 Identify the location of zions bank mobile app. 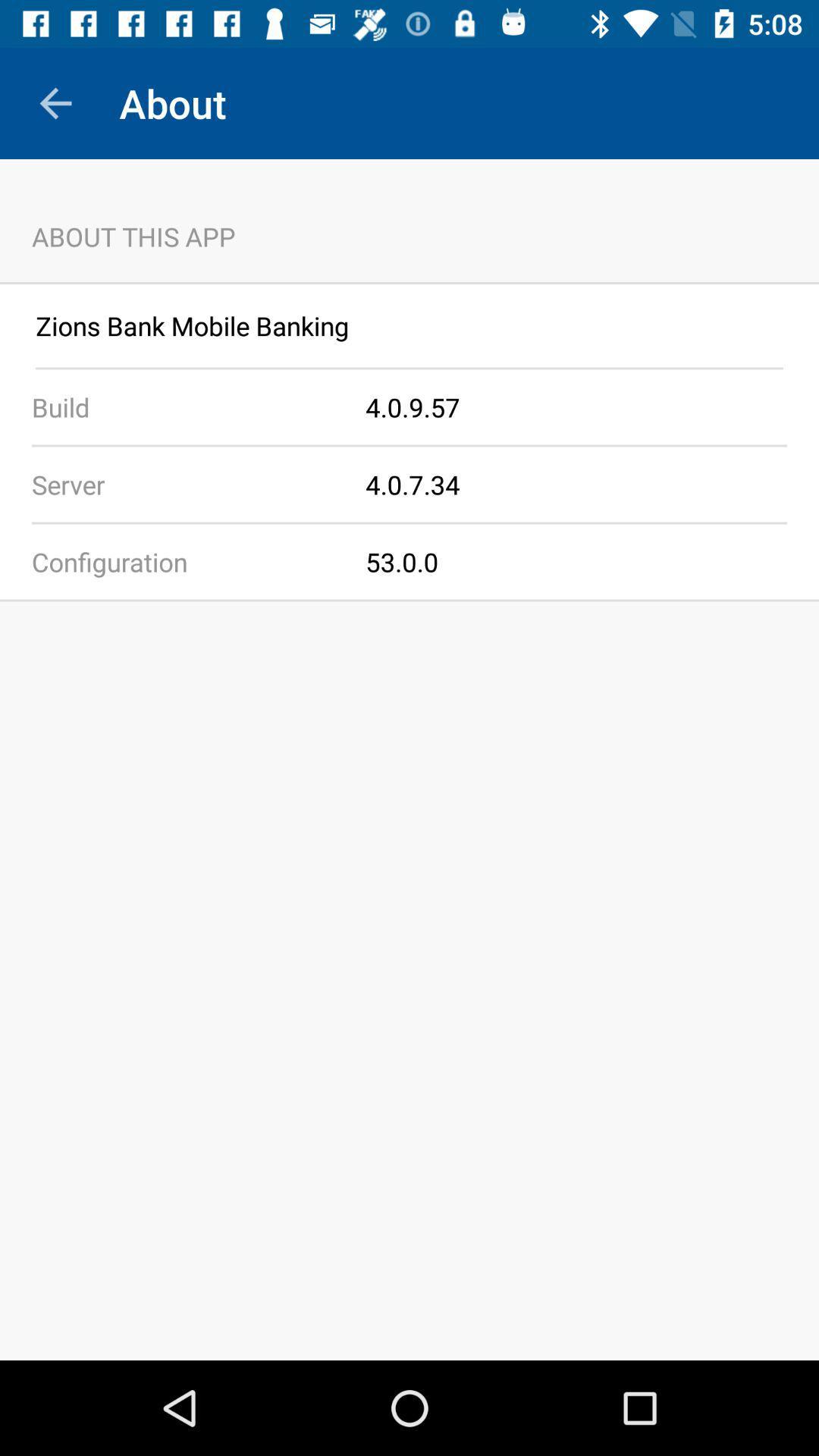
(409, 325).